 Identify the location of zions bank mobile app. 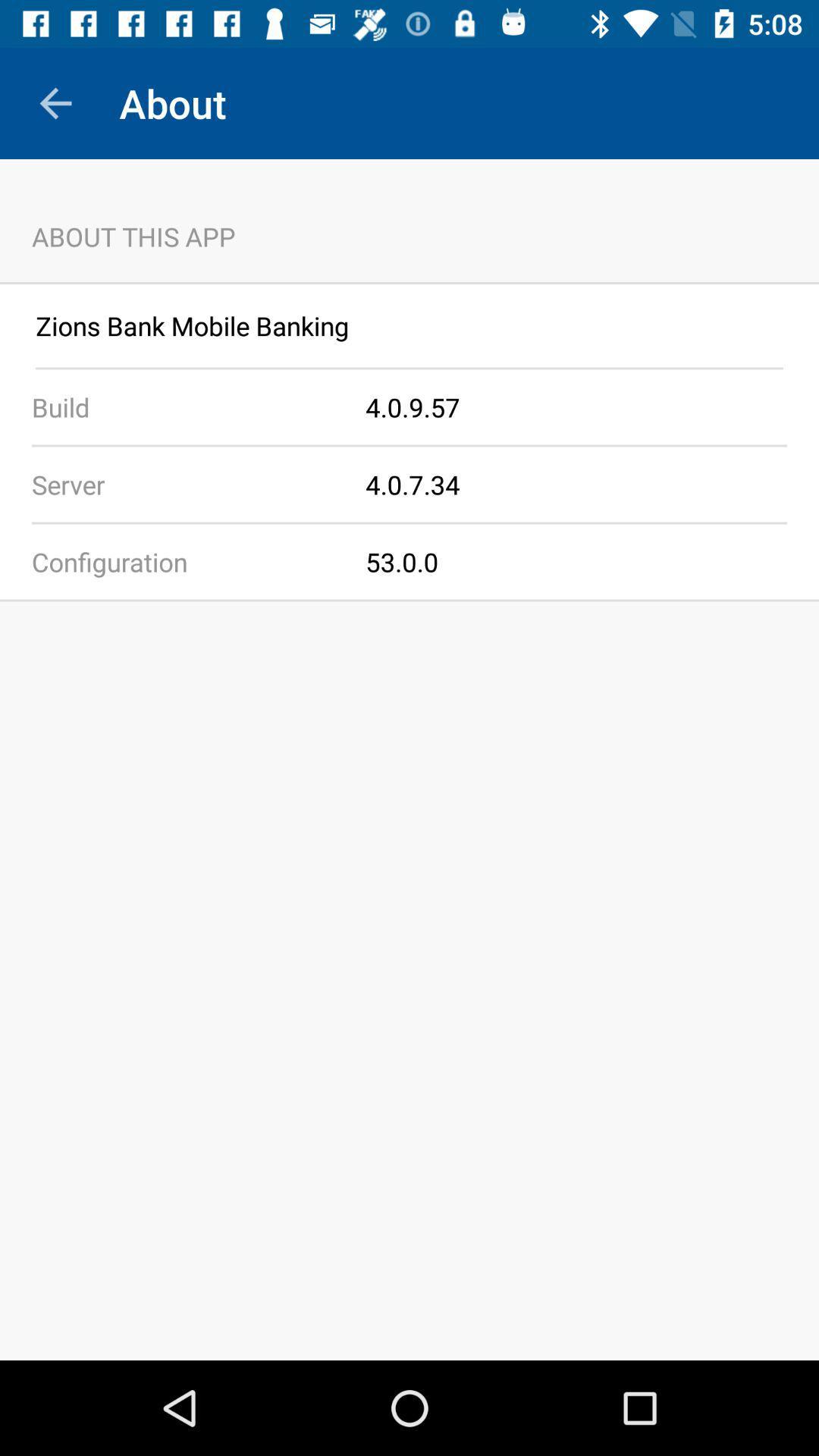
(409, 325).